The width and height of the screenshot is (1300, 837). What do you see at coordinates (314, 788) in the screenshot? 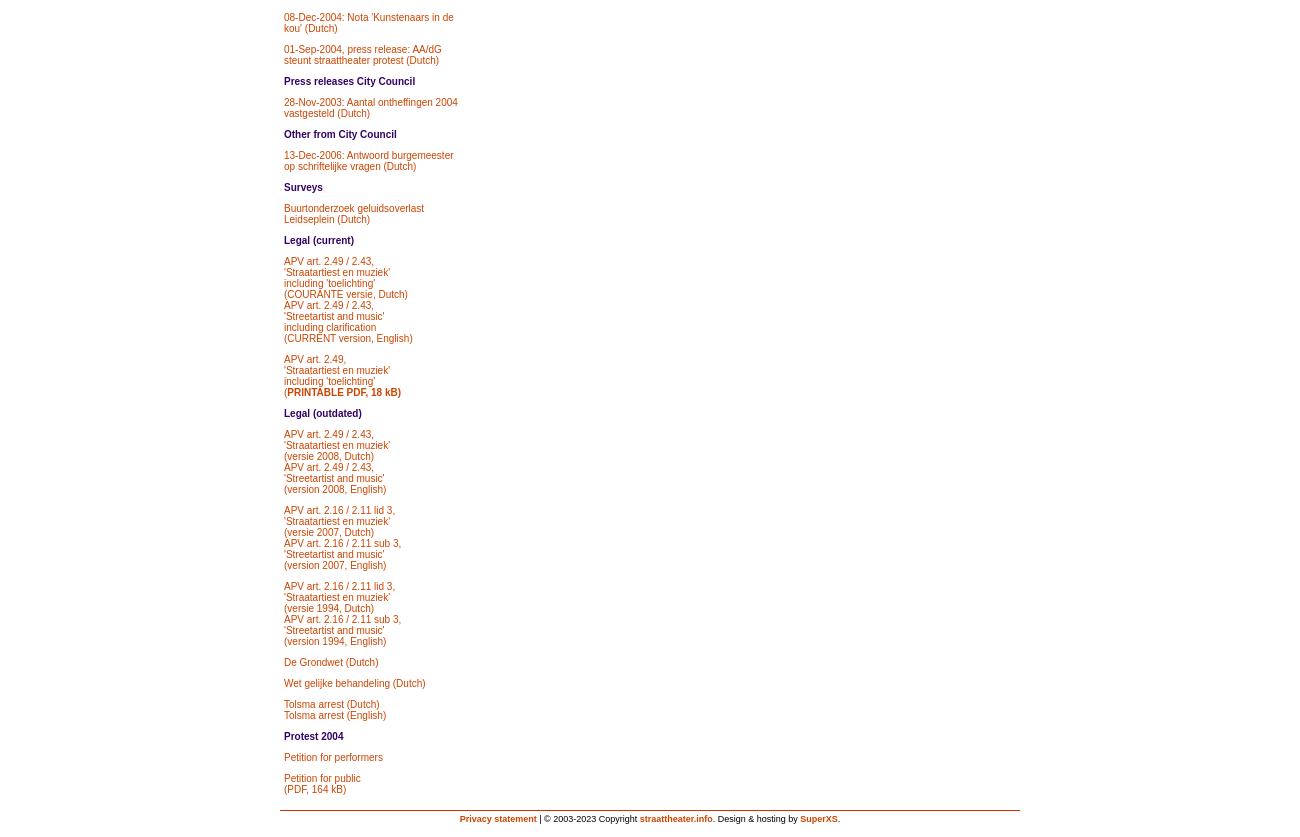
I see `'(PDF, 164 kB)'` at bounding box center [314, 788].